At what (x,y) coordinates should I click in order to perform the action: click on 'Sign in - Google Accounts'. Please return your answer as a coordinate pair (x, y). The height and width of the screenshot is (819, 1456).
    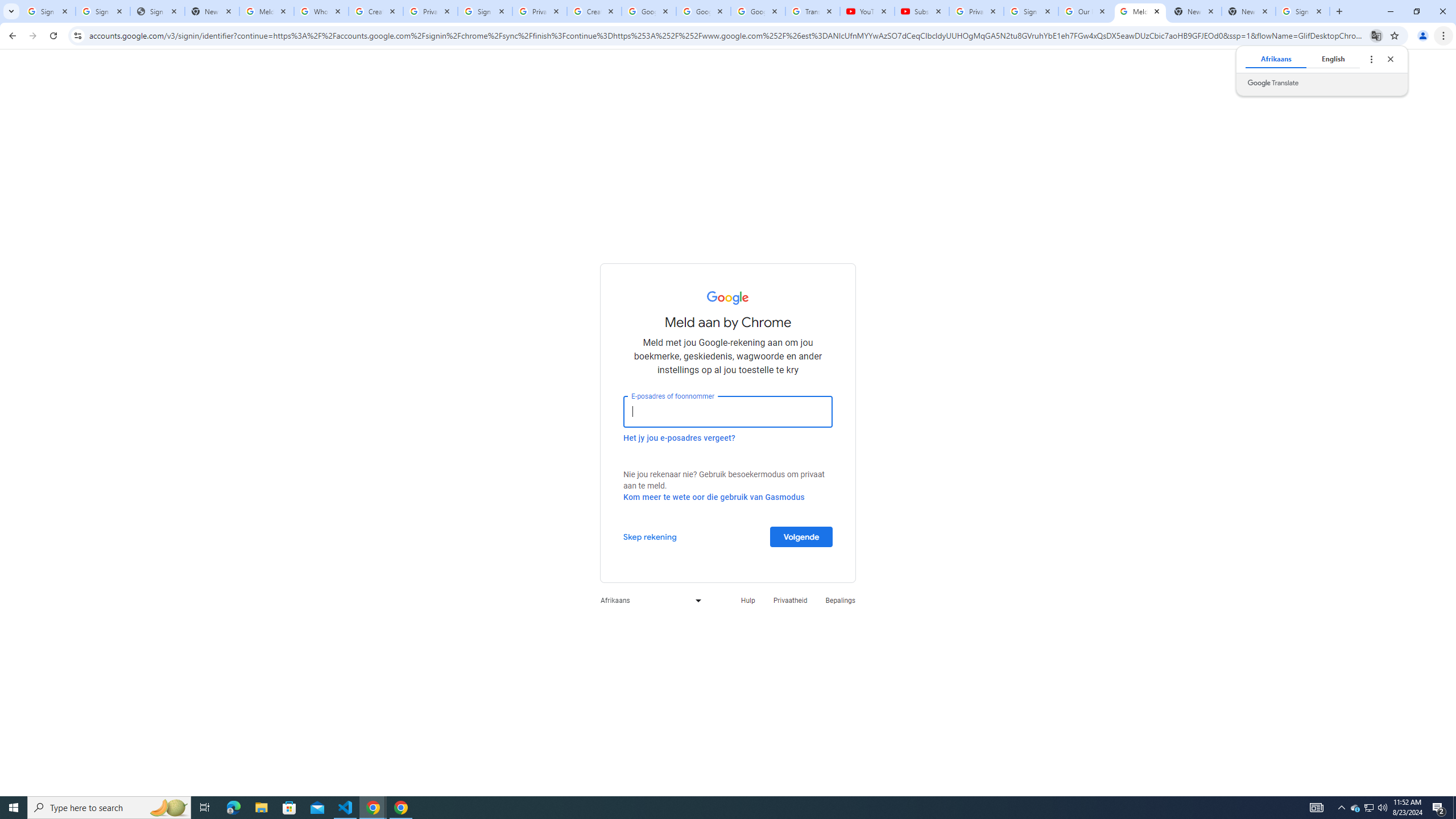
    Looking at the image, I should click on (1302, 11).